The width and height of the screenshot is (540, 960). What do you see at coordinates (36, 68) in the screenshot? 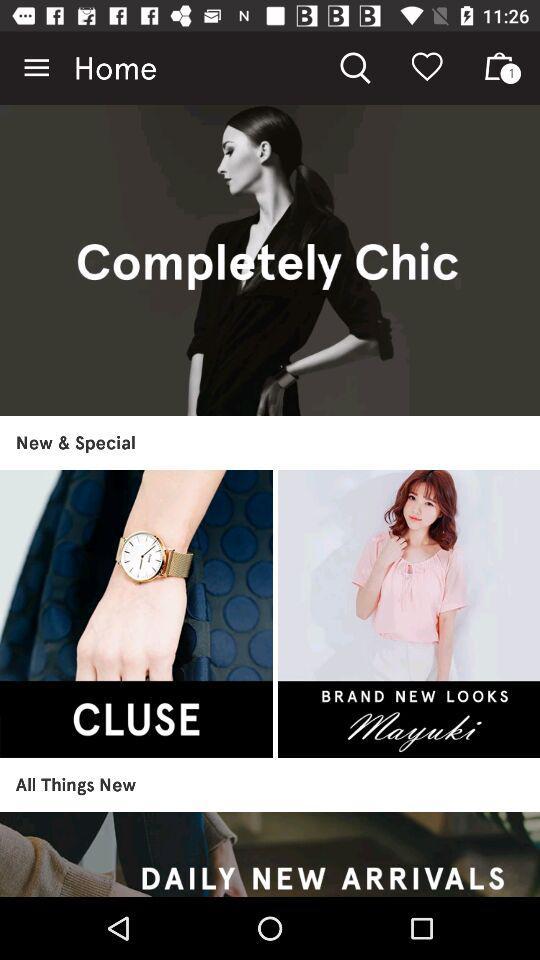
I see `the item at the top left corner` at bounding box center [36, 68].